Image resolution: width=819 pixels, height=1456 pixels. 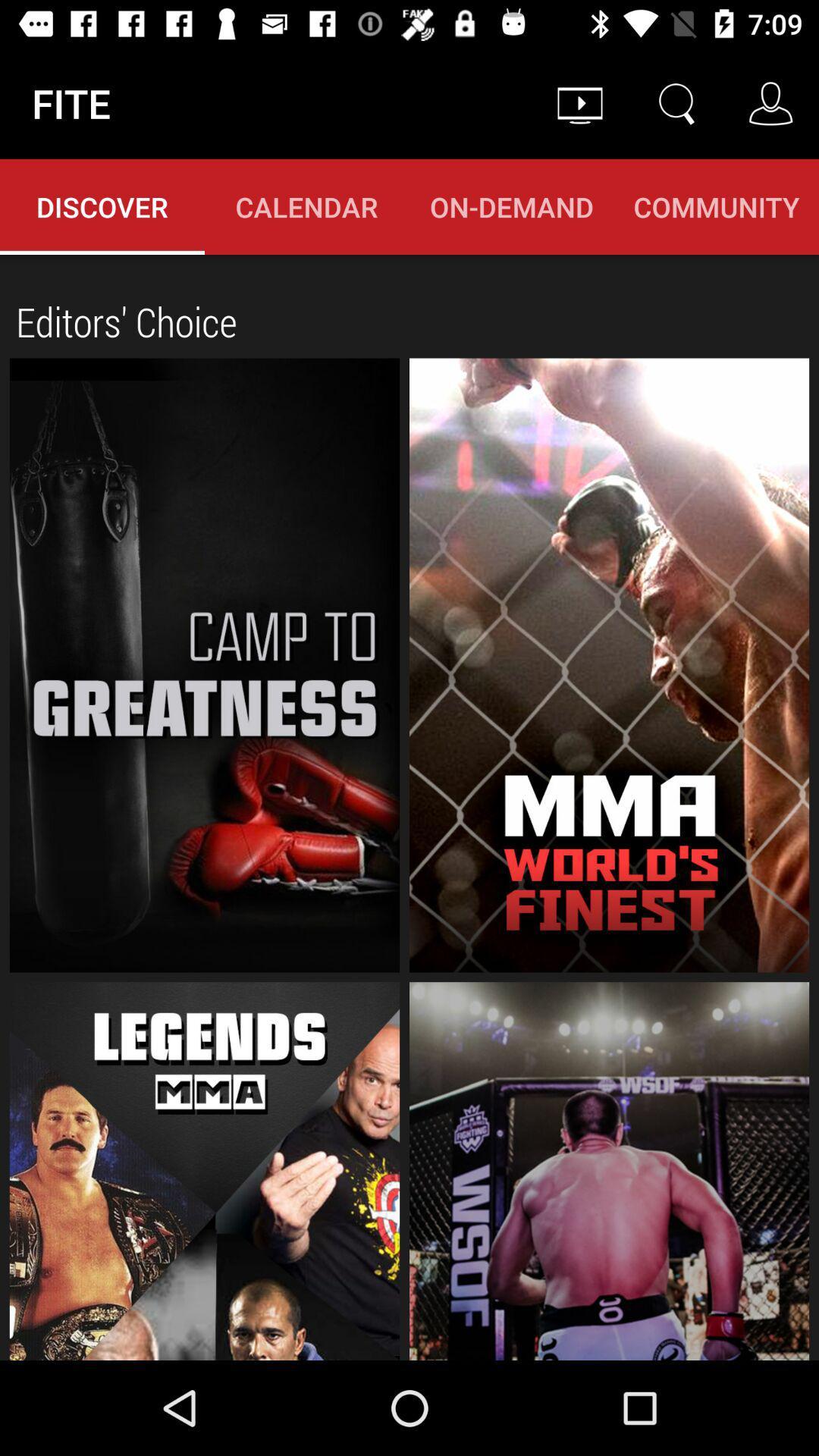 I want to click on button for legends mma, so click(x=205, y=1170).